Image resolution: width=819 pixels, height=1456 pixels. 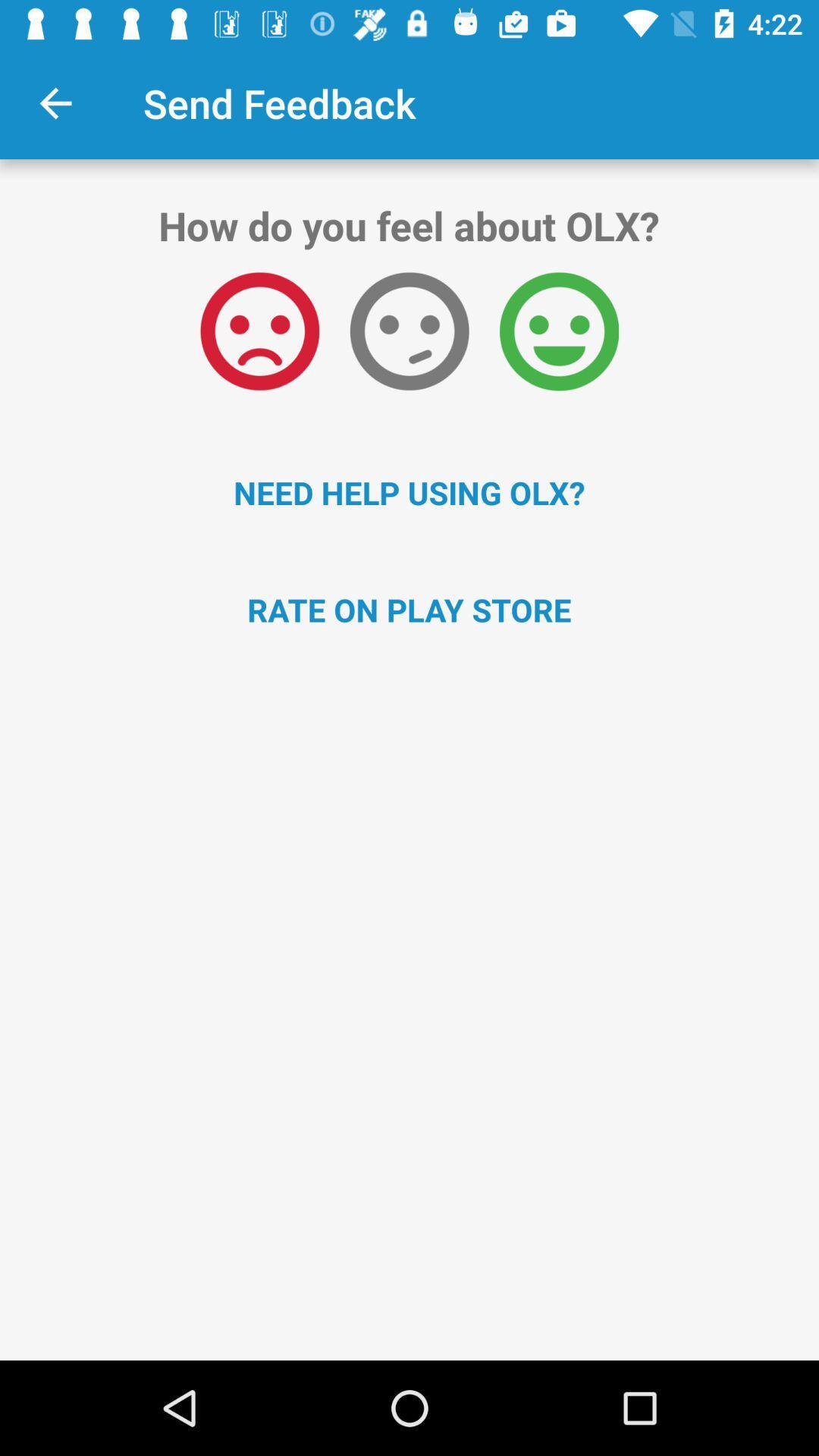 I want to click on rate on play, so click(x=409, y=610).